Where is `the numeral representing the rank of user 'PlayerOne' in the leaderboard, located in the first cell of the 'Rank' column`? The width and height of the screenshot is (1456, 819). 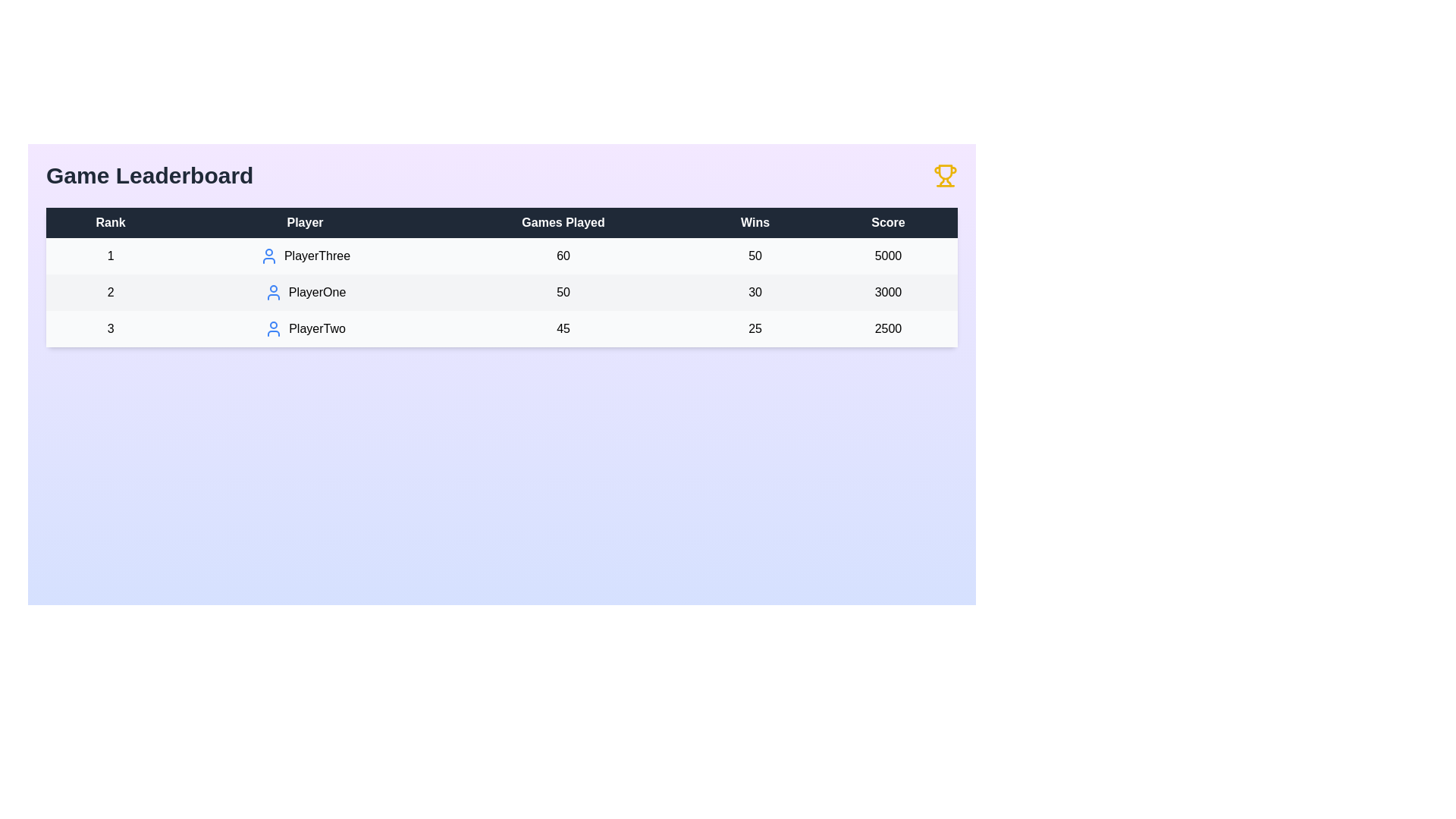 the numeral representing the rank of user 'PlayerOne' in the leaderboard, located in the first cell of the 'Rank' column is located at coordinates (110, 292).